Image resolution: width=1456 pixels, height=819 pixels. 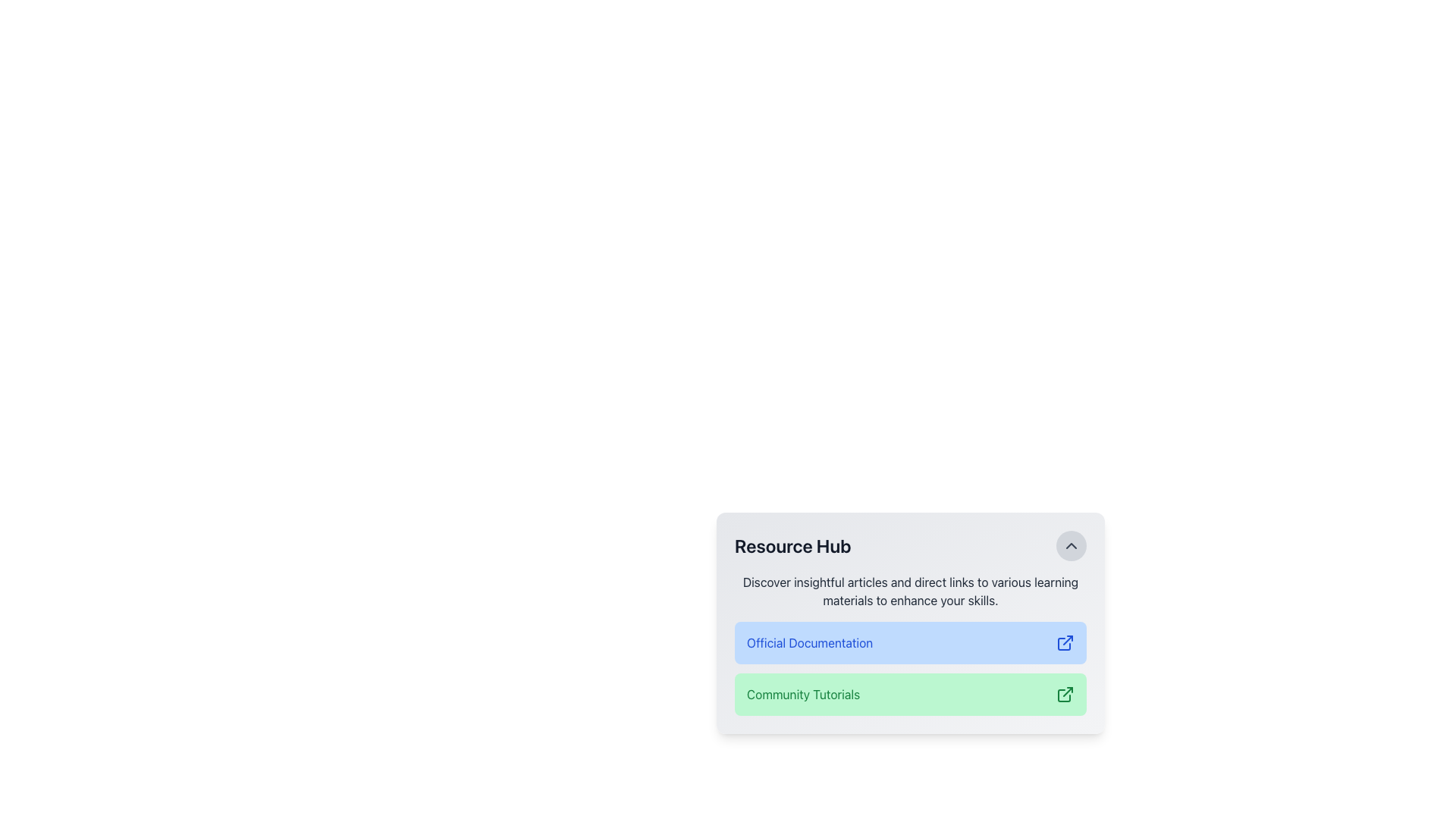 What do you see at coordinates (1065, 643) in the screenshot?
I see `the blue arrow icon located on the right-hand side of the 'Official Documentation' button to follow the external link` at bounding box center [1065, 643].